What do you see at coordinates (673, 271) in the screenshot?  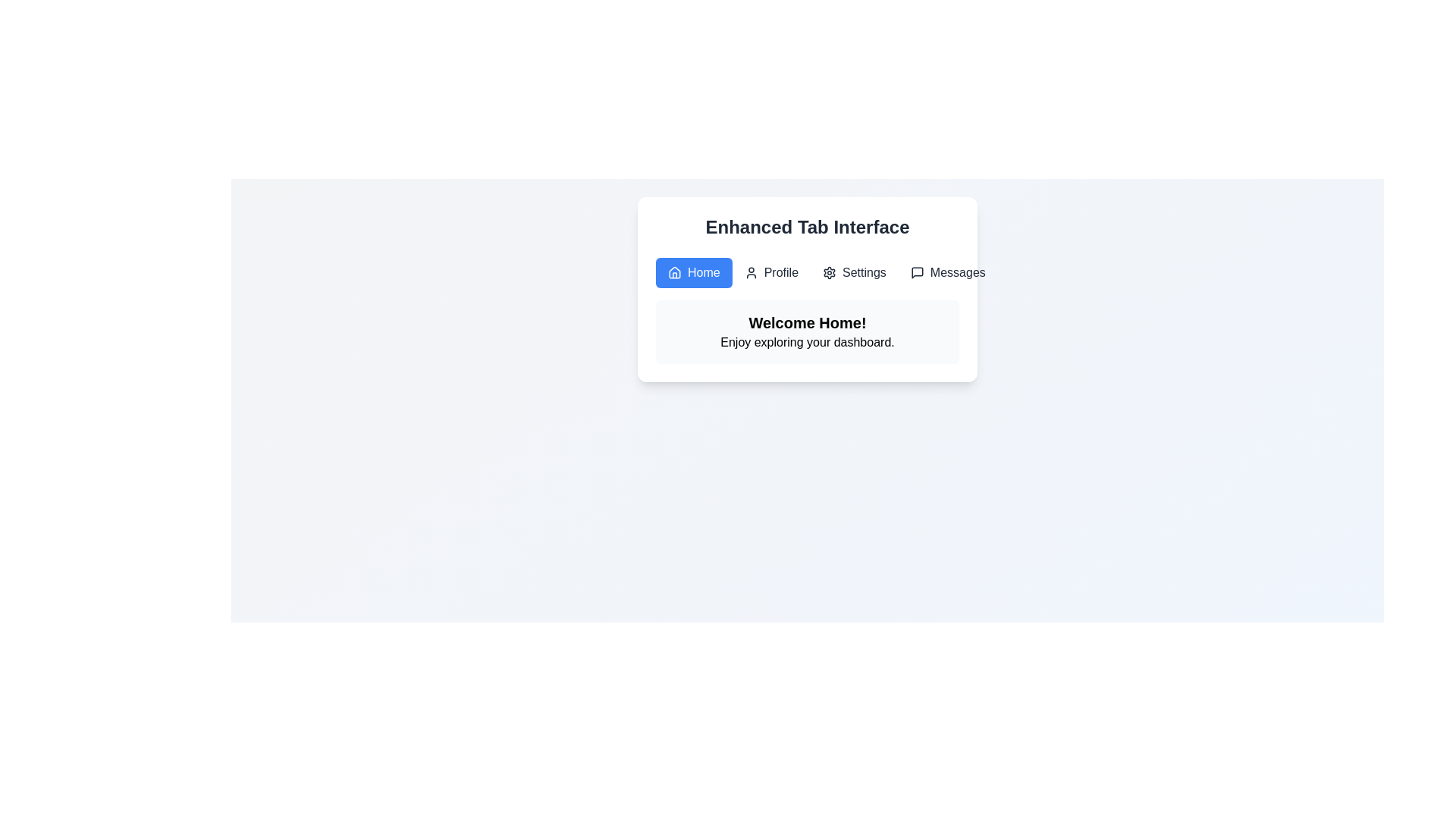 I see `the 'Home' icon component, which visually represents the concept of a home or homepage, located in the top left of the main interface area` at bounding box center [673, 271].